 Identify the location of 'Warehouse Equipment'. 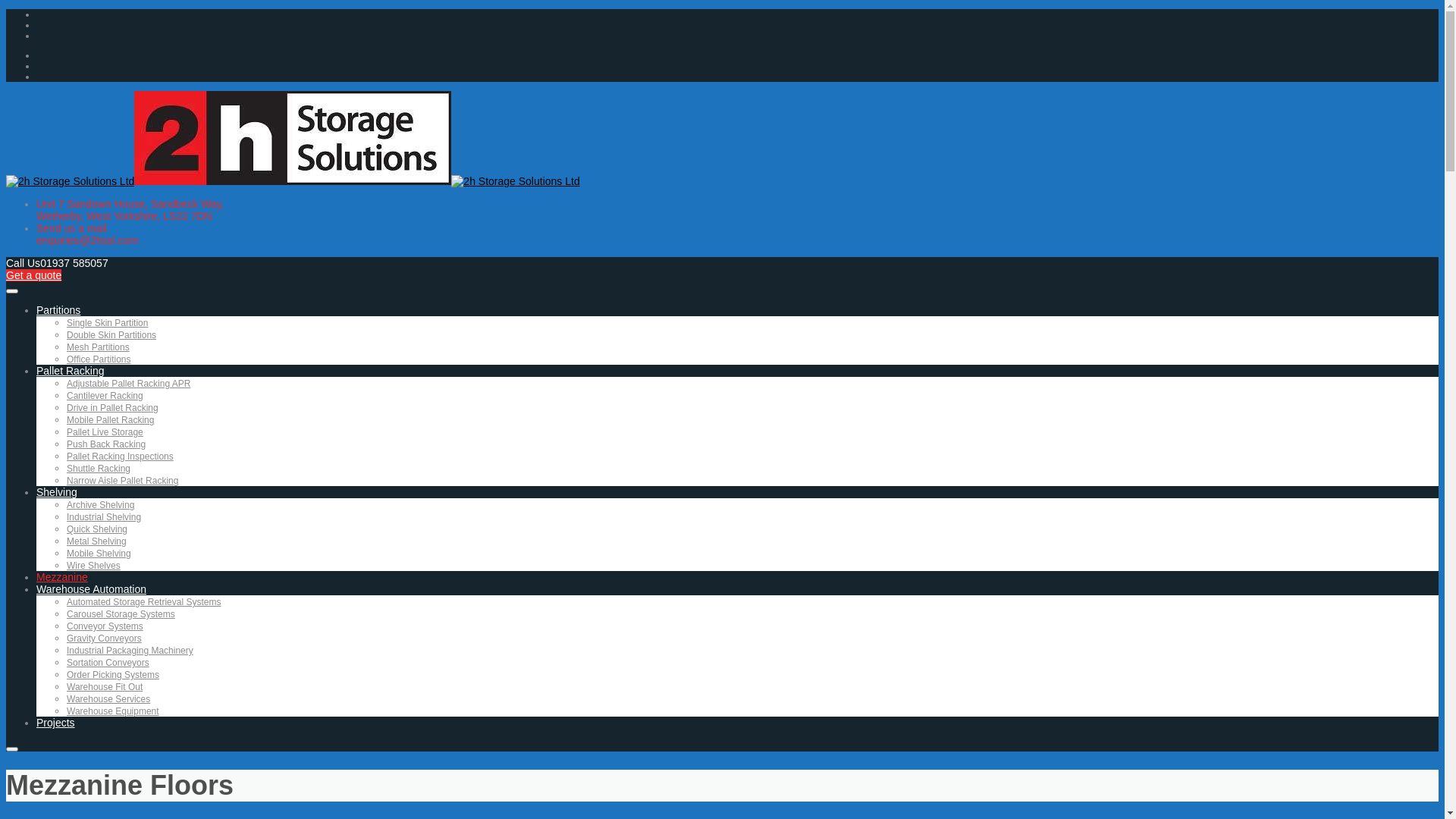
(111, 711).